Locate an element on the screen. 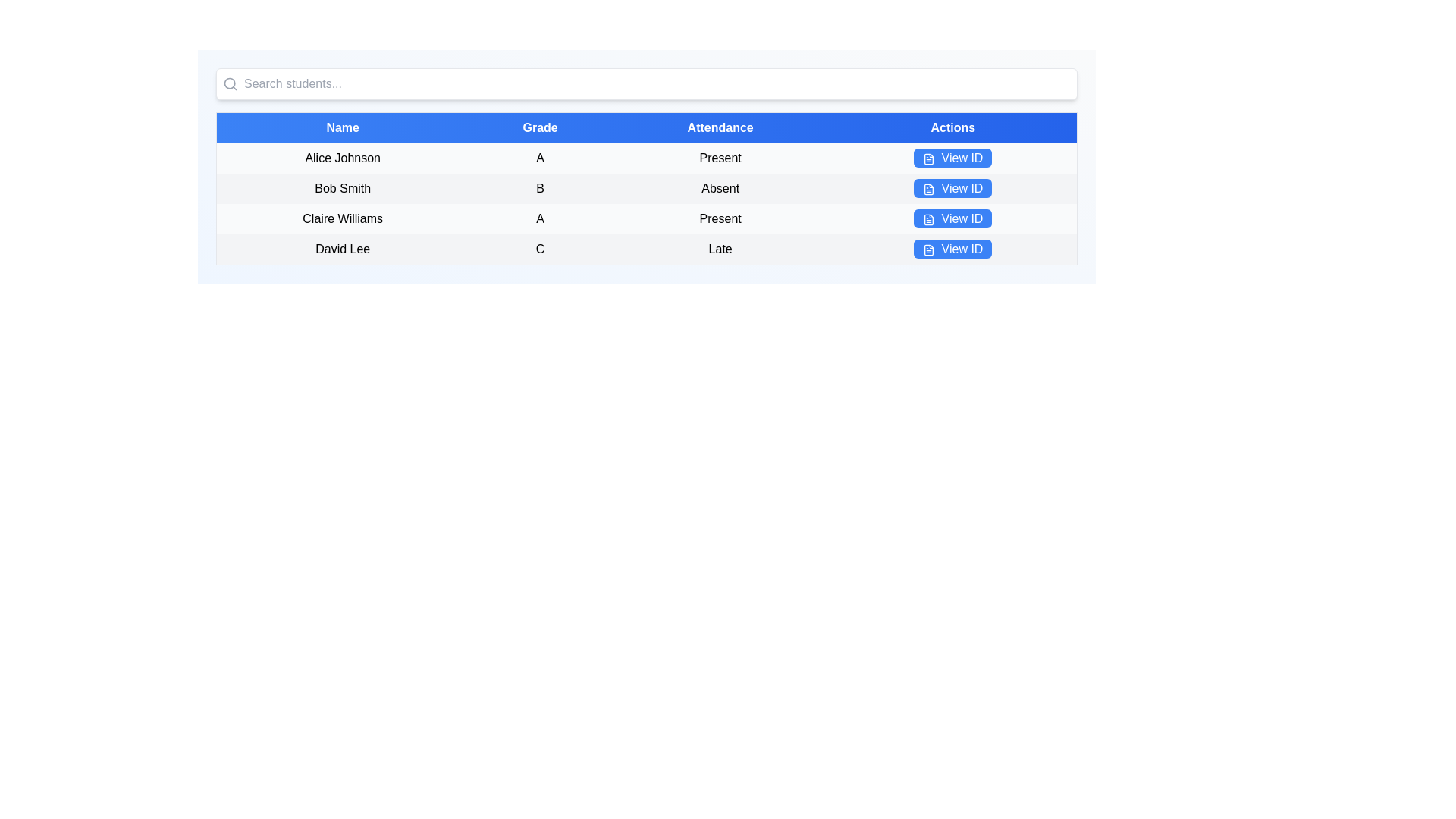 This screenshot has width=1456, height=819. the 'View ID' button with a file icon, located in the fourth column under the 'Actions' heading for the row with 'Absent' attendance status for 'Bob Smith' is located at coordinates (952, 188).